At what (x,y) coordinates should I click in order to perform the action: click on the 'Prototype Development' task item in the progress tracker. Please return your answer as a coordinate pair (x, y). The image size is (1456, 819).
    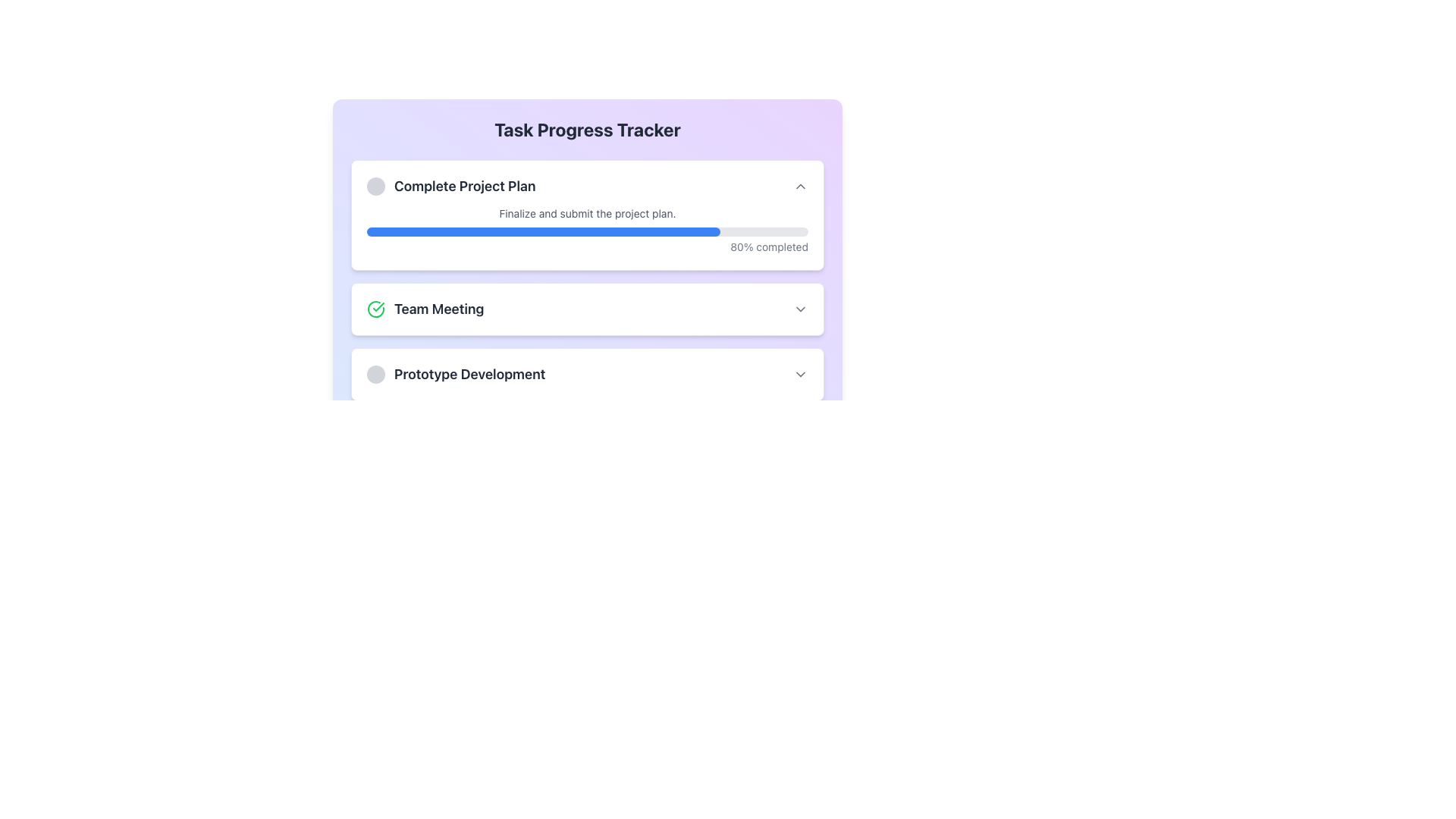
    Looking at the image, I should click on (586, 374).